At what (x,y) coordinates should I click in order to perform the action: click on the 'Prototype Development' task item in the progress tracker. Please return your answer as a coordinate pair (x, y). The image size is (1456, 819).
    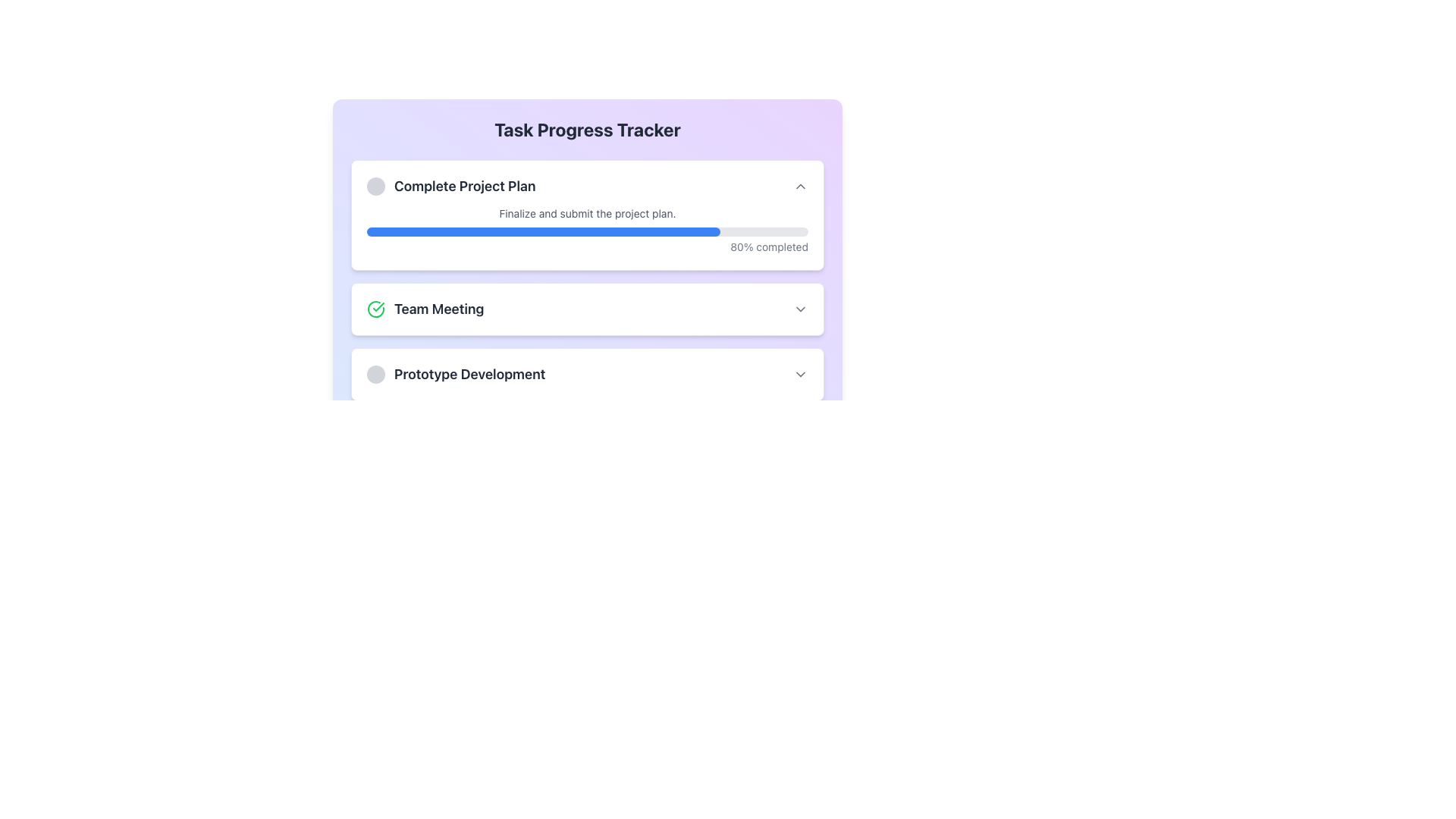
    Looking at the image, I should click on (586, 374).